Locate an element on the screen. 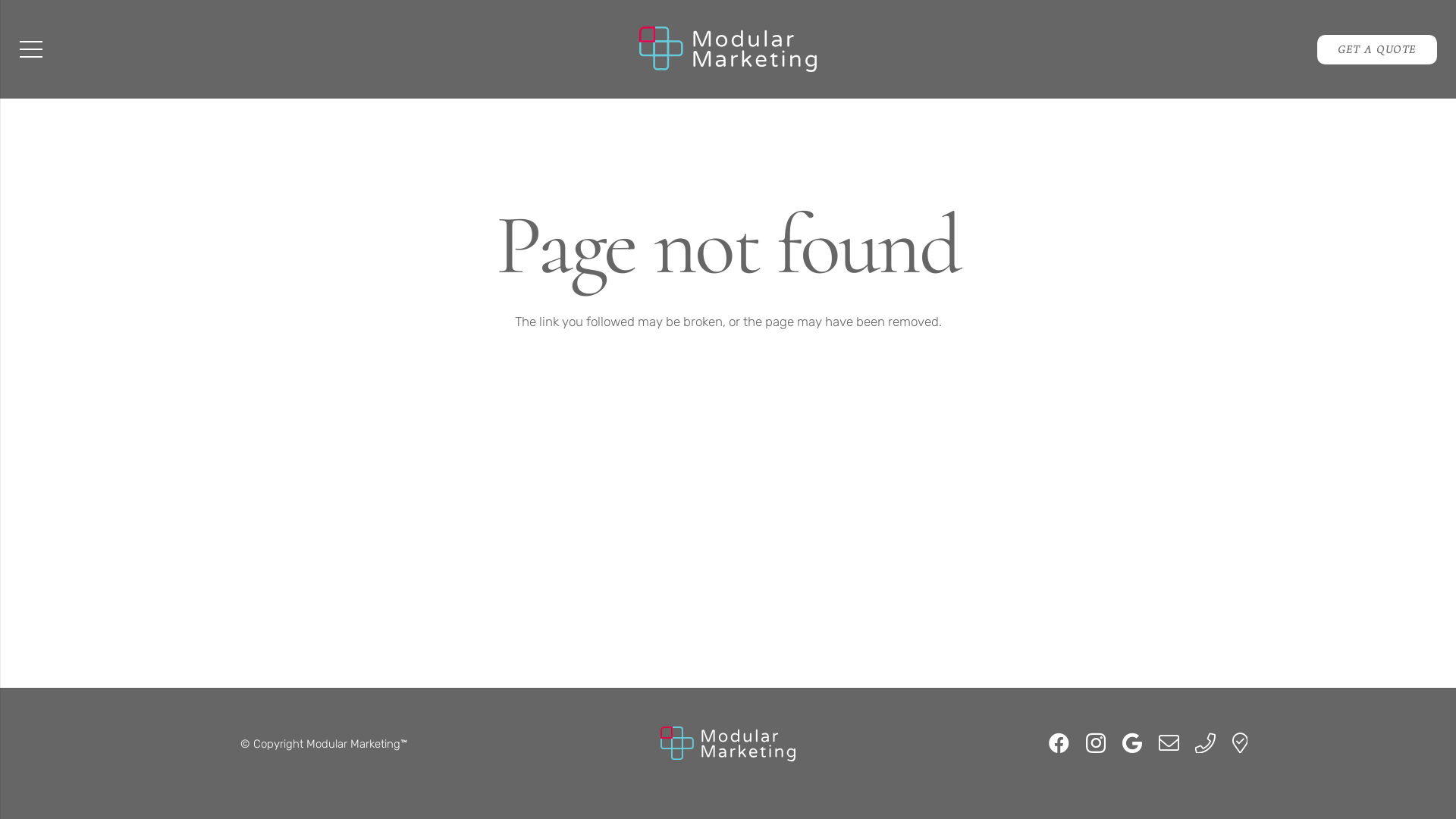 The height and width of the screenshot is (819, 1456). 'Google' is located at coordinates (1131, 742).